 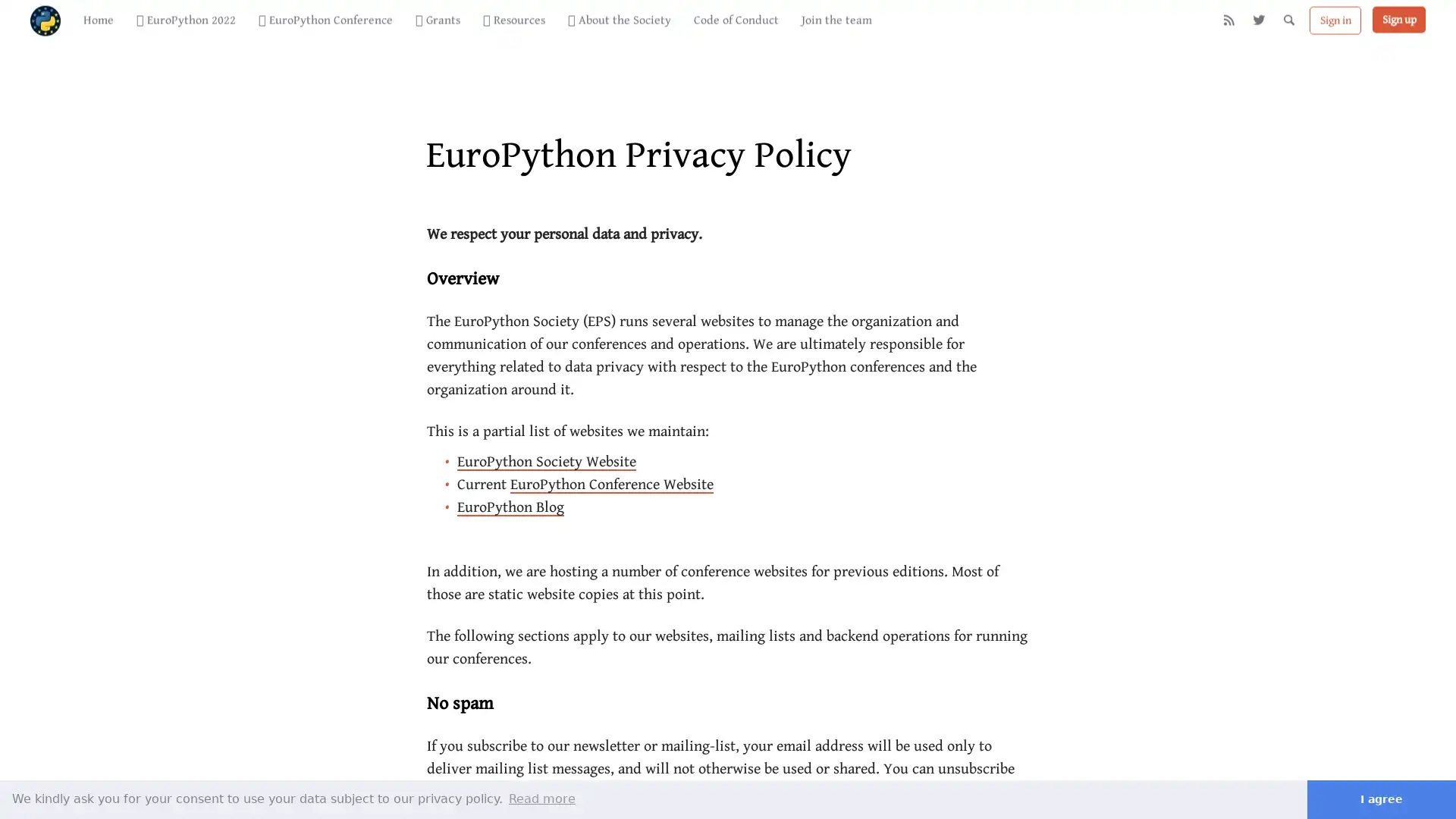 I want to click on Sign in, so click(x=1335, y=30).